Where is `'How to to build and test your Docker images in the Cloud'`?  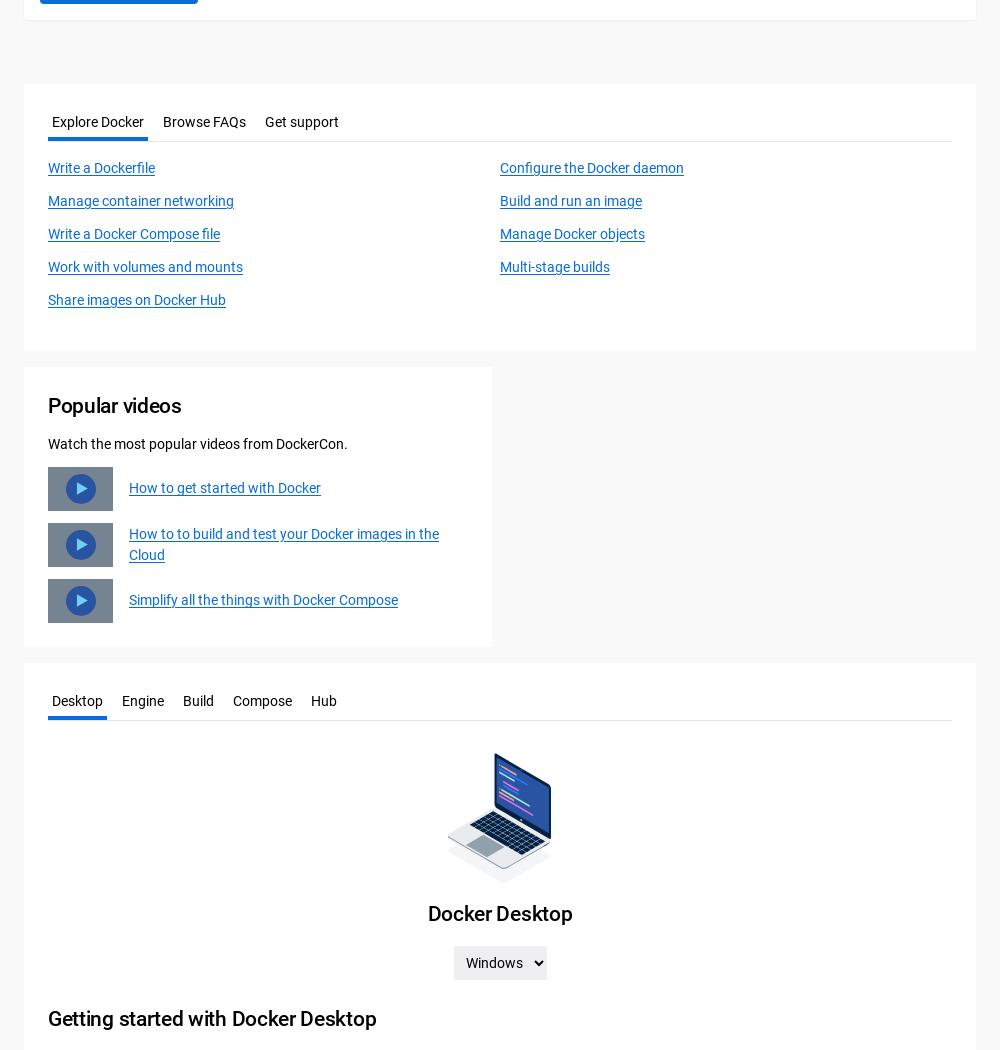
'How to to build and test your Docker images in the Cloud' is located at coordinates (284, 543).